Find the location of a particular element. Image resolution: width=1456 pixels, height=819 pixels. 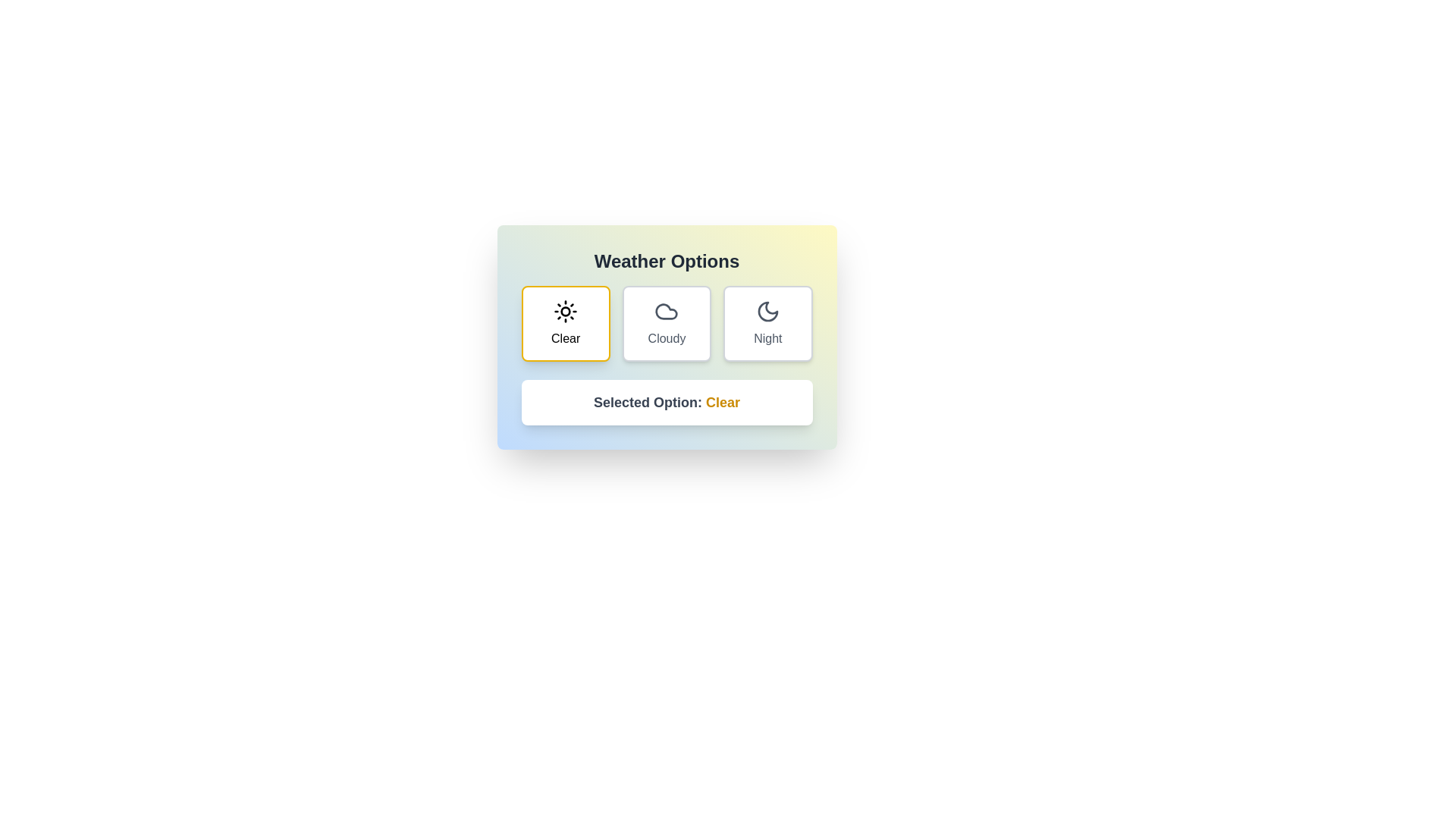

the Text Label Component displaying the current selection text 'Clear', which is part of the phrase 'Selected Option: Clear' in a white rectangular box is located at coordinates (722, 402).